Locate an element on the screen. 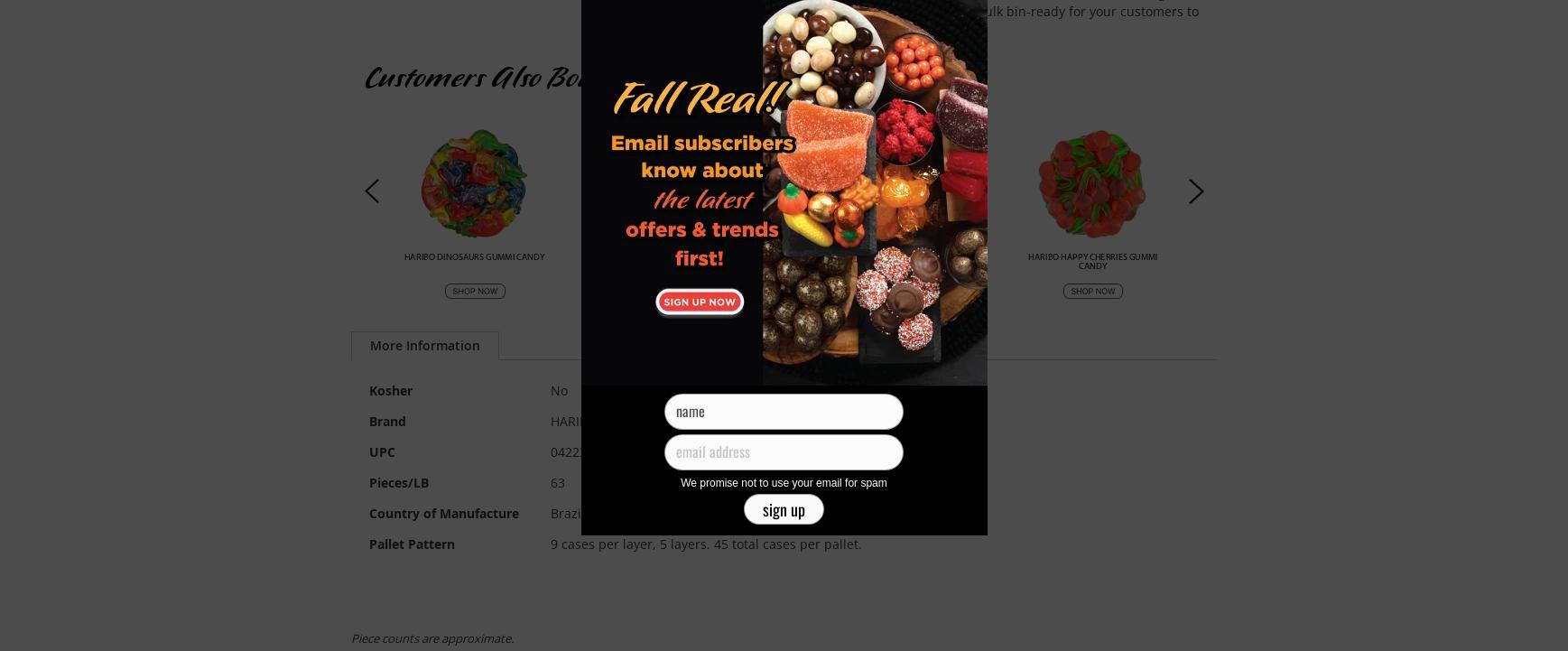 This screenshot has width=1568, height=651. 'Brand' is located at coordinates (385, 420).